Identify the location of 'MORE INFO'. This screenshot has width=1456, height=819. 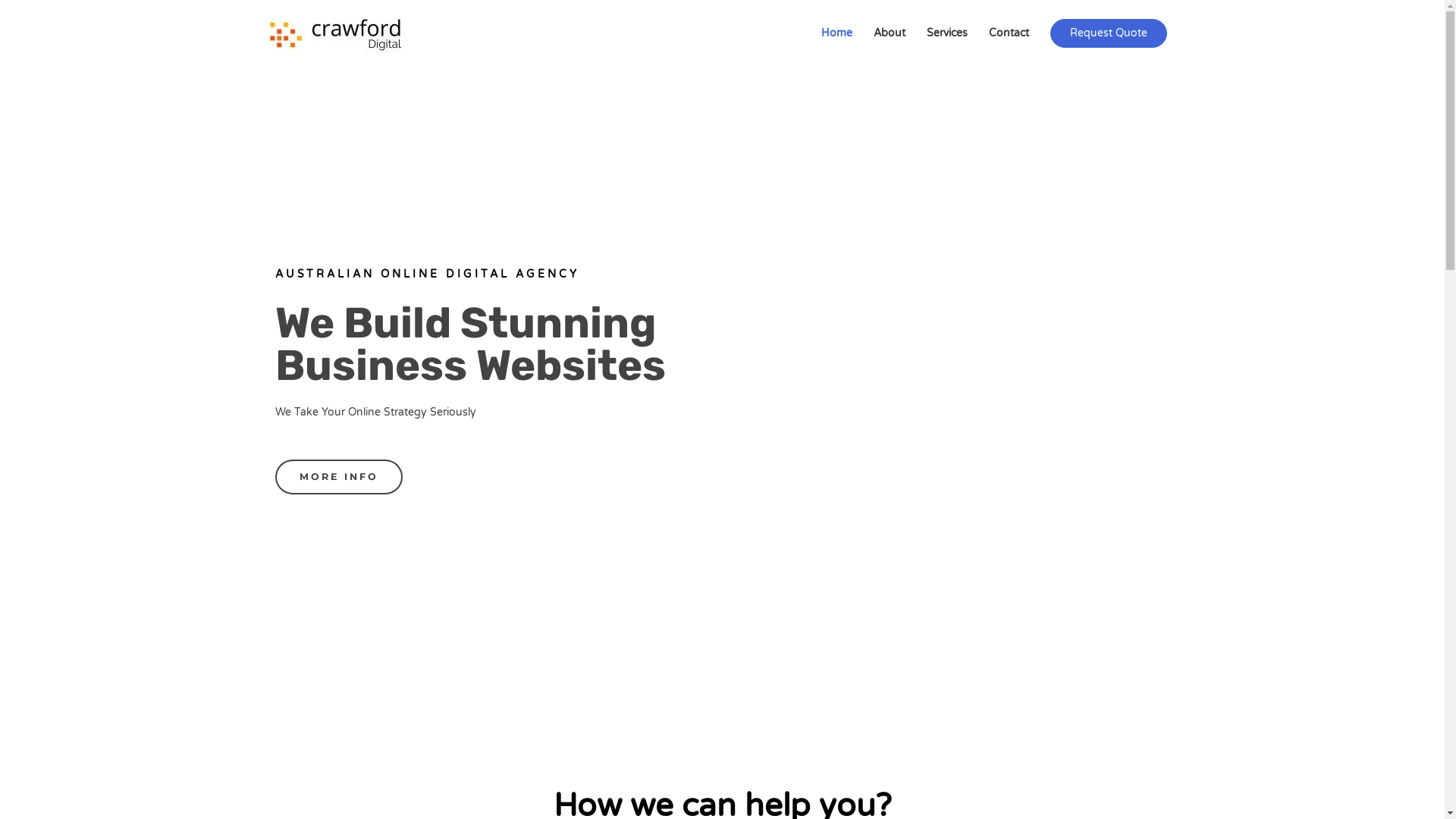
(337, 476).